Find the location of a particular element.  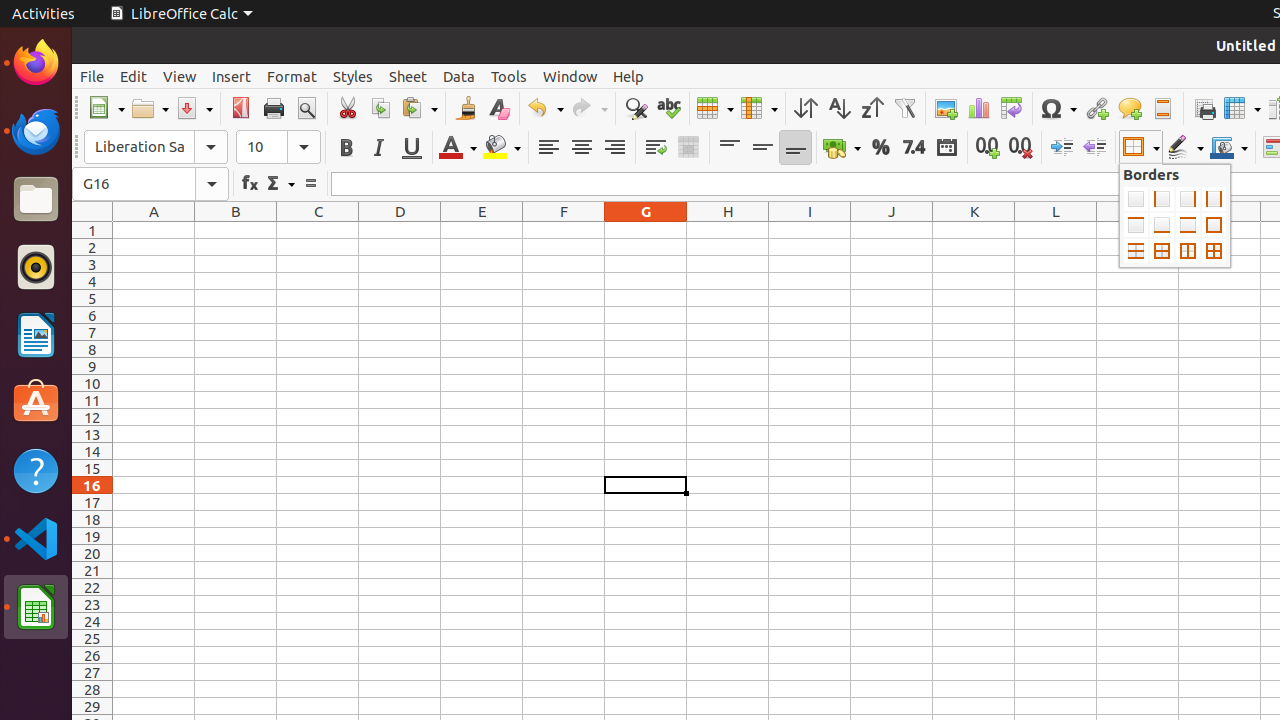

'Comment' is located at coordinates (1129, 108).